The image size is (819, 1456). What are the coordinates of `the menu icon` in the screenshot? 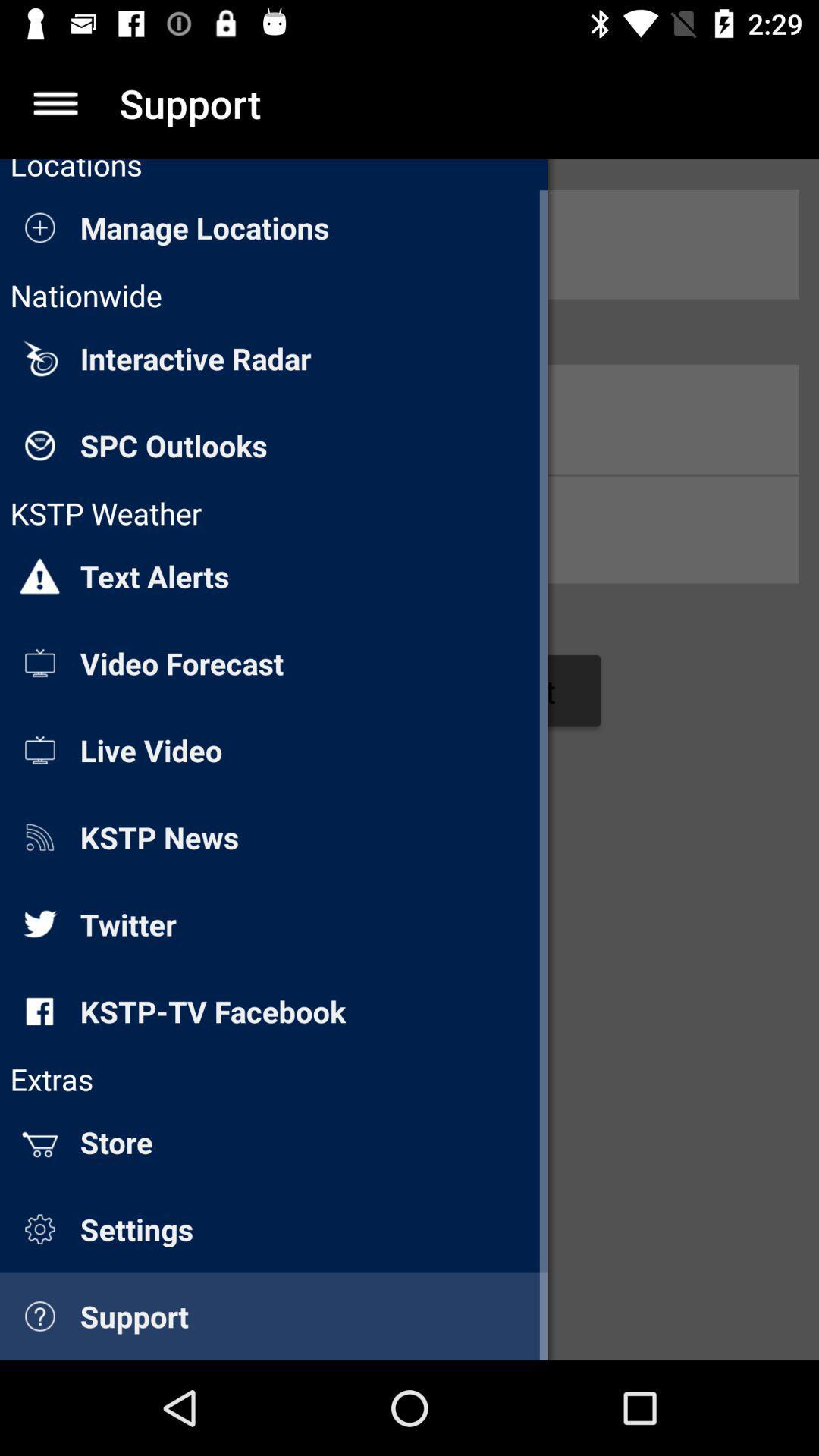 It's located at (55, 102).